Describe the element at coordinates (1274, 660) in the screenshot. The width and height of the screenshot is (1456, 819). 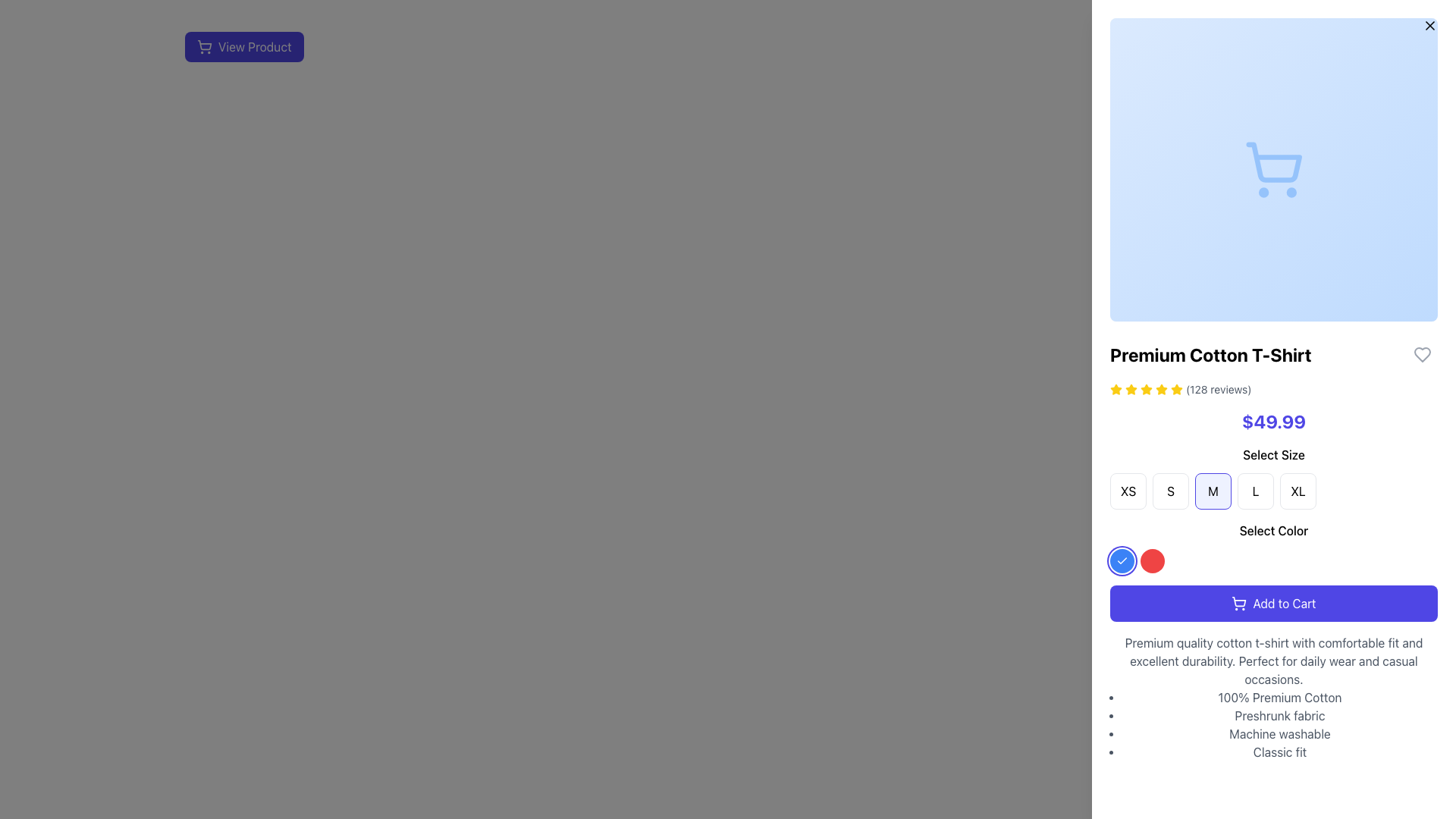
I see `product description text located directly below the blue 'Add to Cart' button, which details 'Premium quality cotton t-shirt with comfortable fit and excellent durability.'` at that location.